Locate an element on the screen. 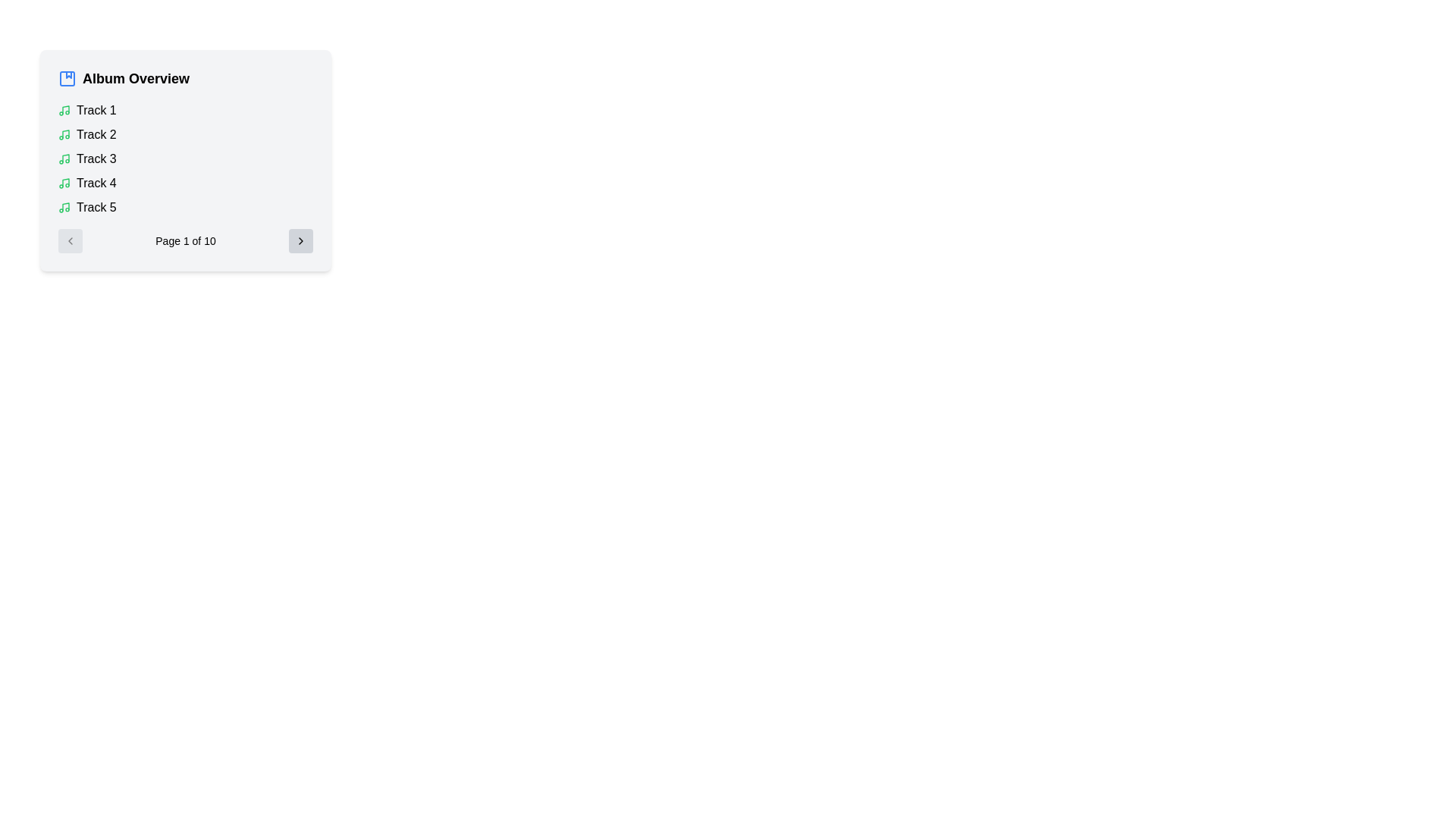  a track in the list of tracks displayed in the 'Album Overview' card, located centrally between the title and pagination control is located at coordinates (184, 158).